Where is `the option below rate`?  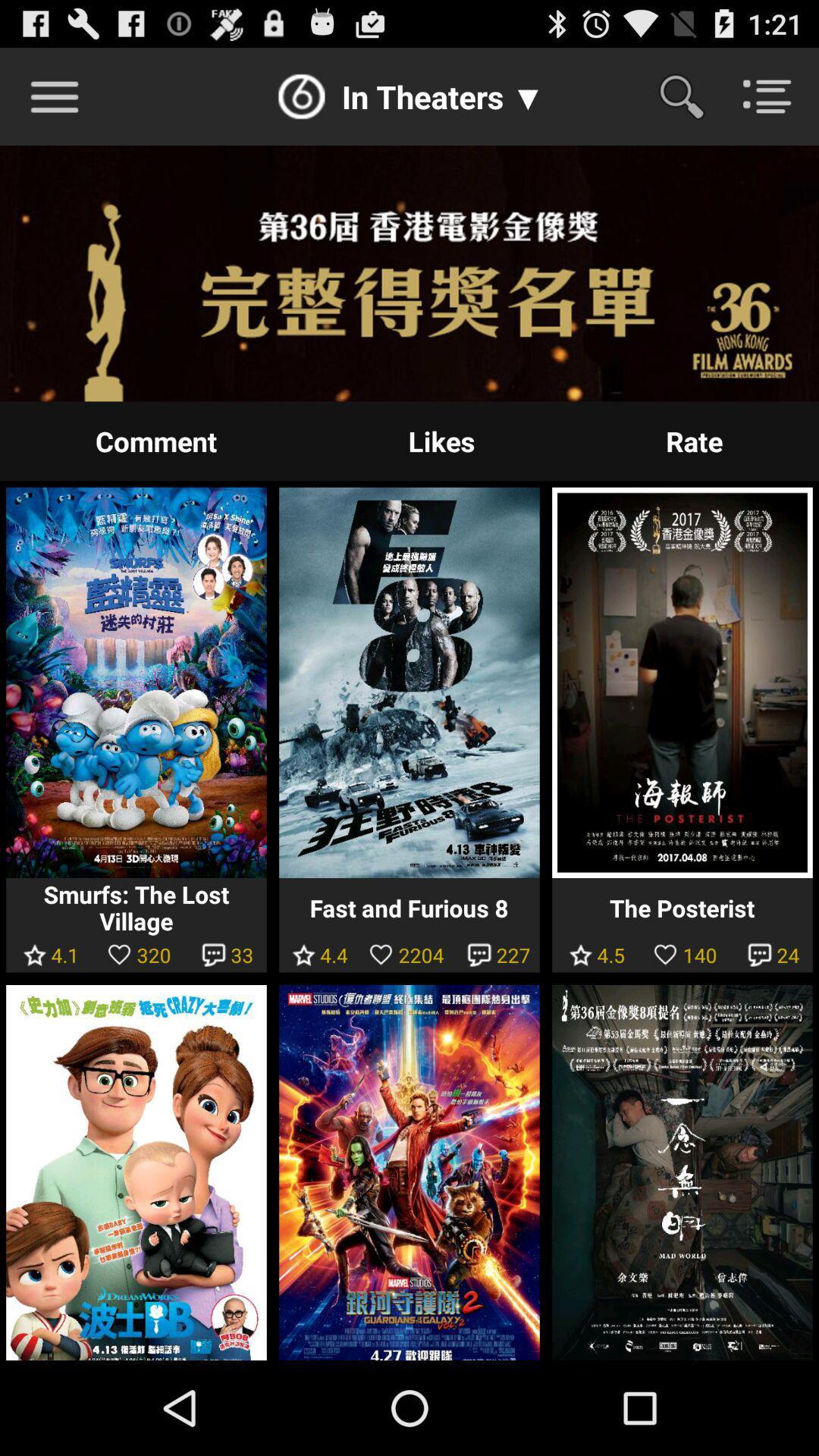
the option below rate is located at coordinates (681, 682).